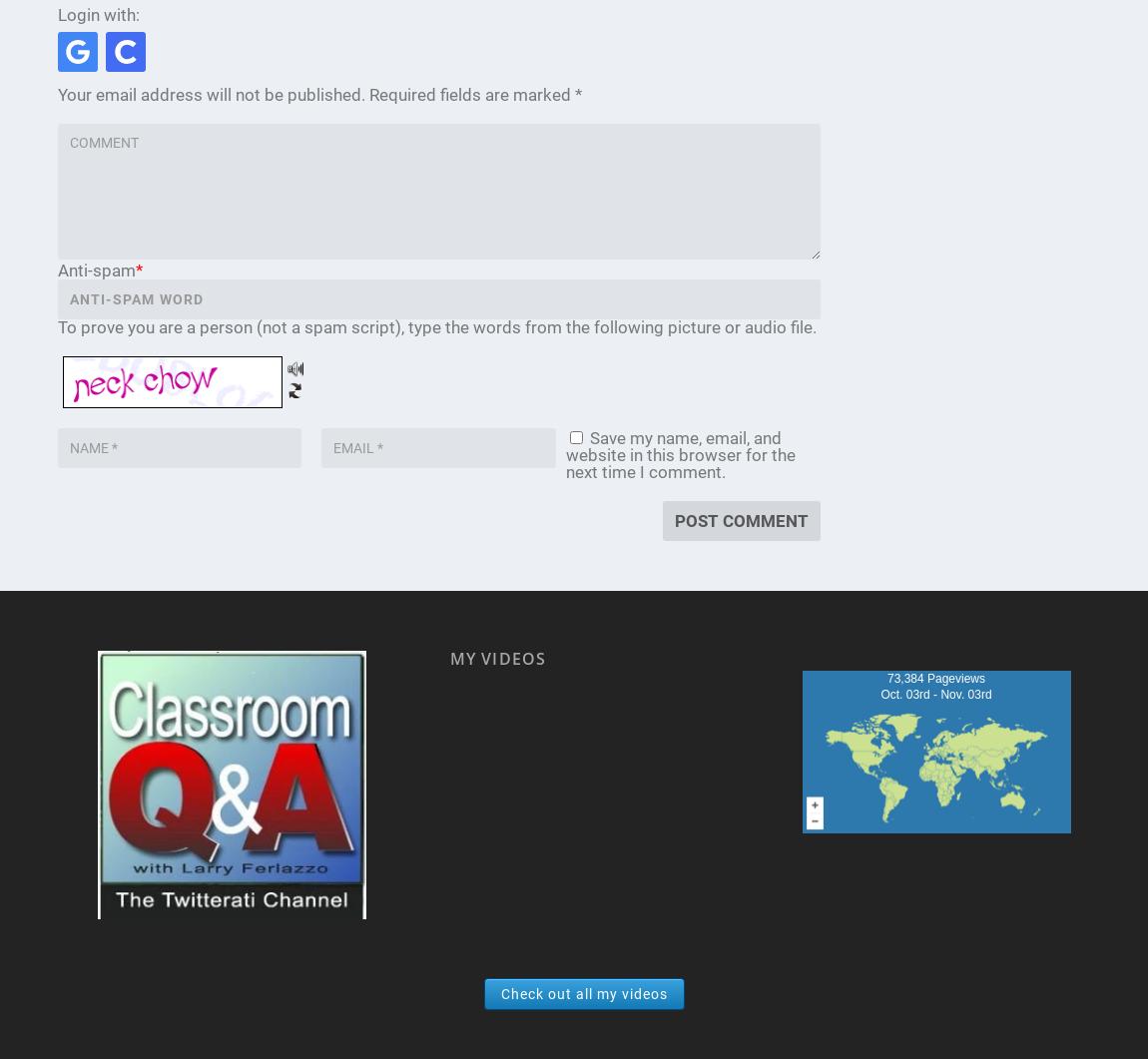  What do you see at coordinates (679, 455) in the screenshot?
I see `'Save my name, email, and website in this browser for the next time I comment.'` at bounding box center [679, 455].